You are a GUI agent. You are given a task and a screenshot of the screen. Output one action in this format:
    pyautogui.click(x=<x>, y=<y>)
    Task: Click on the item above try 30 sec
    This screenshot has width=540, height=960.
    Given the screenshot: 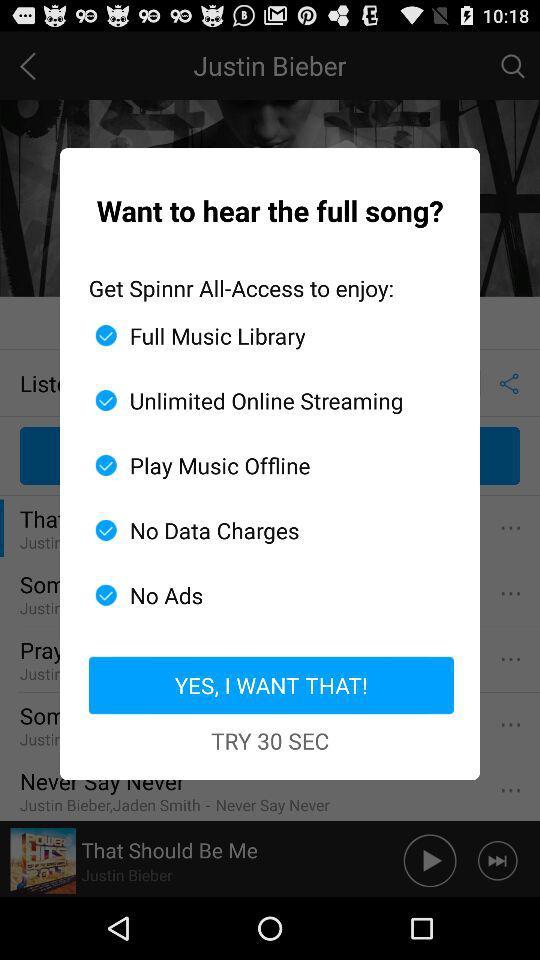 What is the action you would take?
    pyautogui.click(x=270, y=685)
    